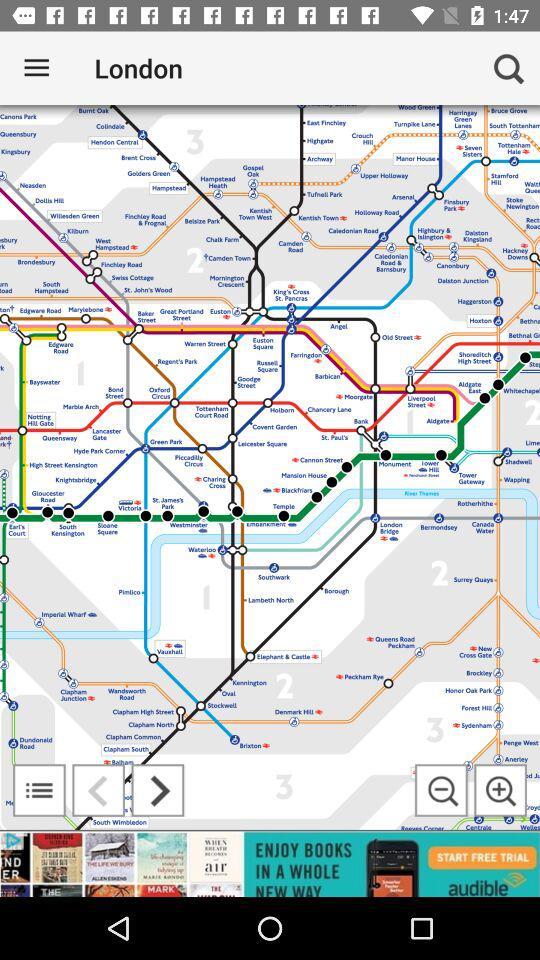 This screenshot has height=960, width=540. I want to click on go back, so click(97, 790).